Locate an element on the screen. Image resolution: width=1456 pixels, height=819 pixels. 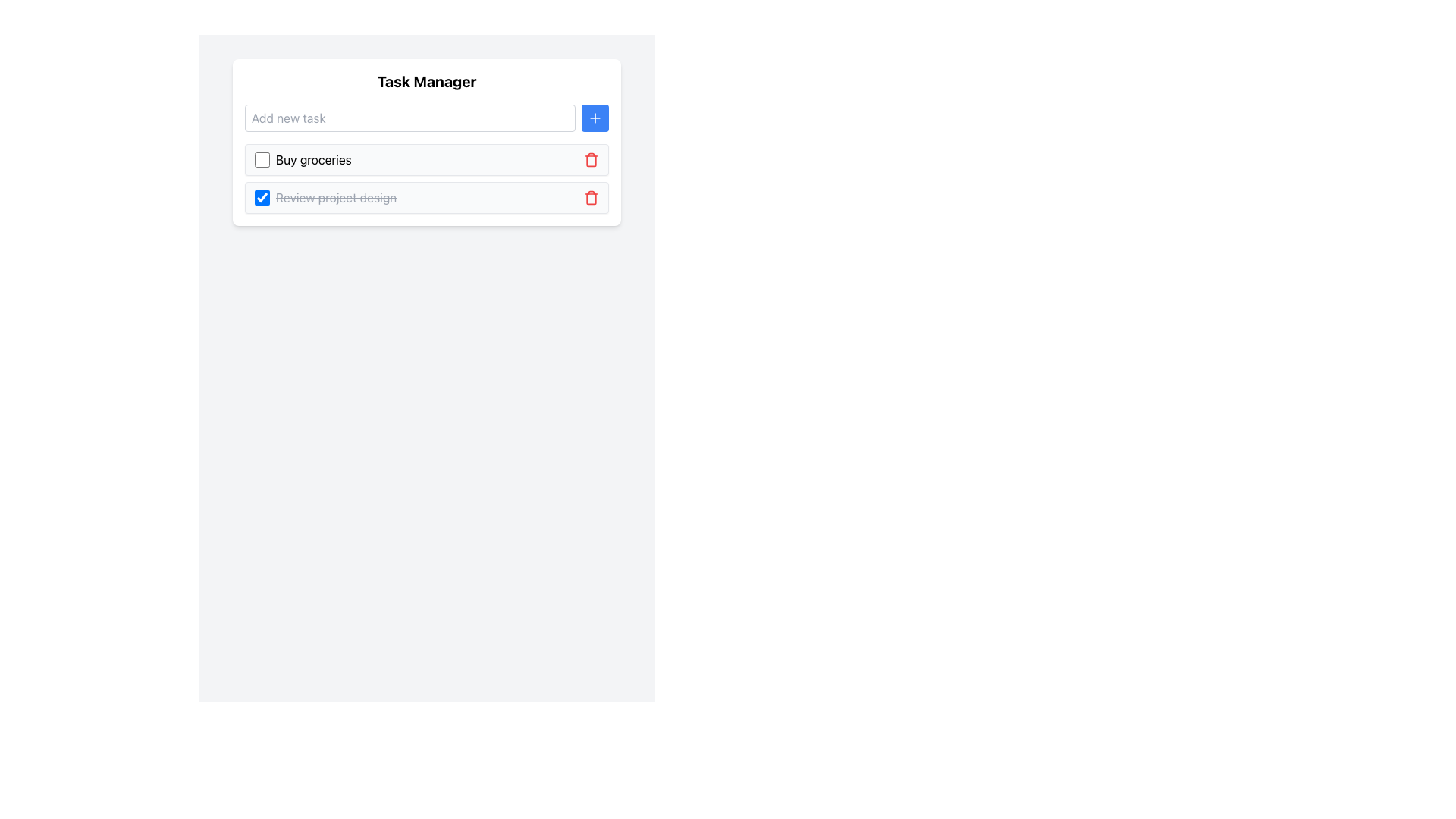
the delete button located at the far right of the task item labeled 'Review project design' to receive possible feedback is located at coordinates (590, 197).